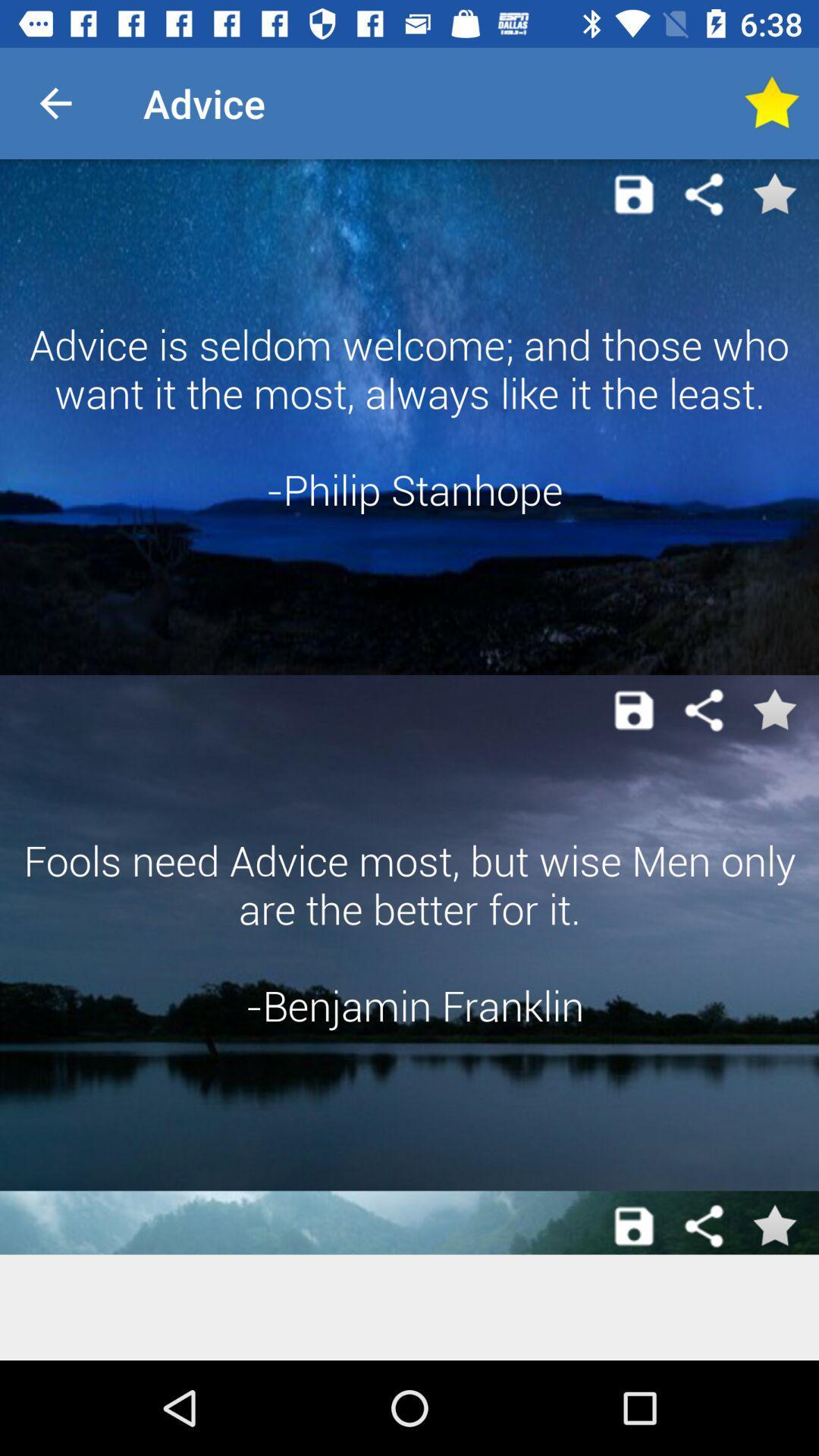 The width and height of the screenshot is (819, 1456). Describe the element at coordinates (634, 709) in the screenshot. I see `content` at that location.